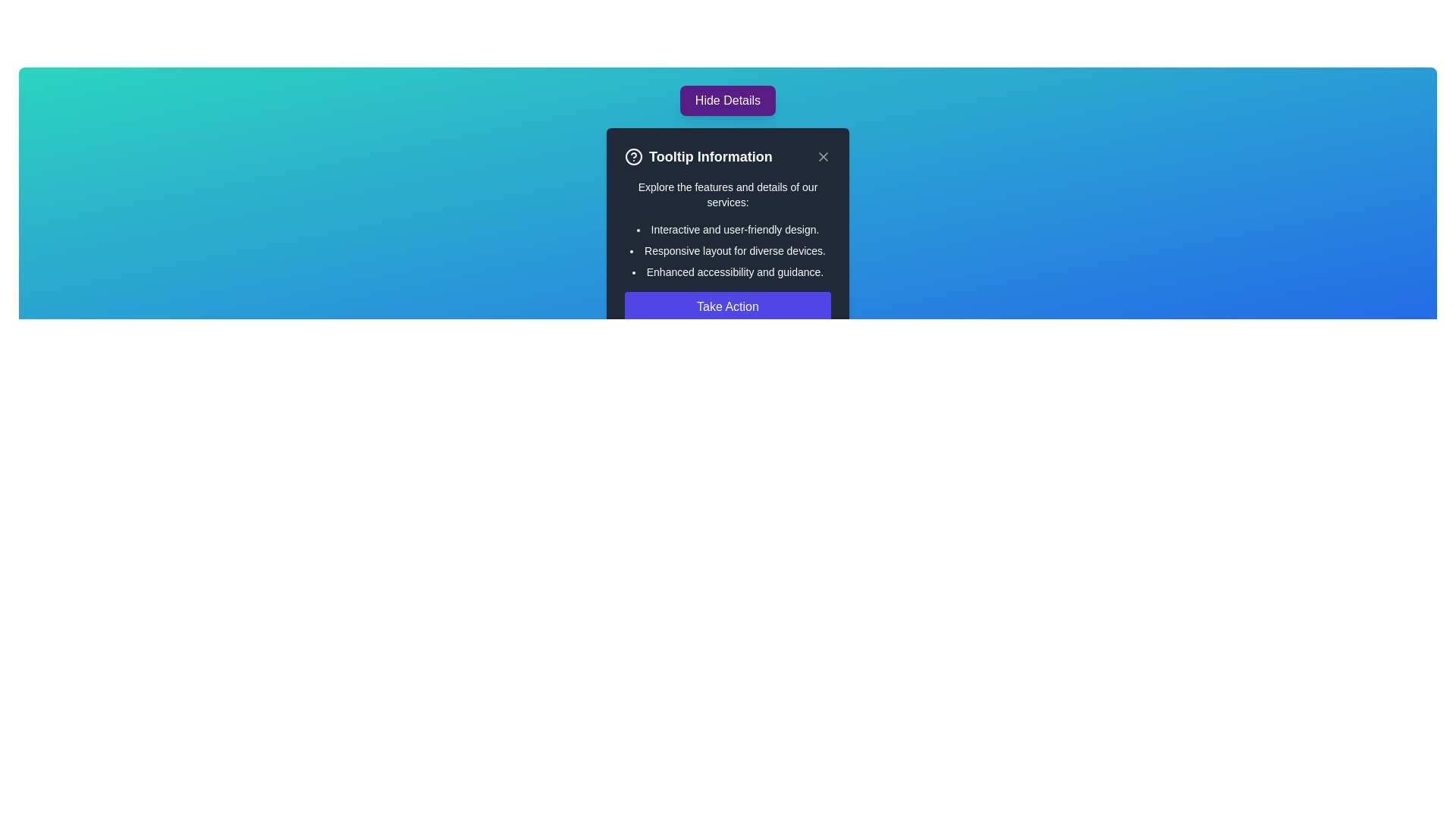  I want to click on text content of the header text block in the dark-themed dialog box, which is positioned at the center top section next to an icon, so click(698, 157).